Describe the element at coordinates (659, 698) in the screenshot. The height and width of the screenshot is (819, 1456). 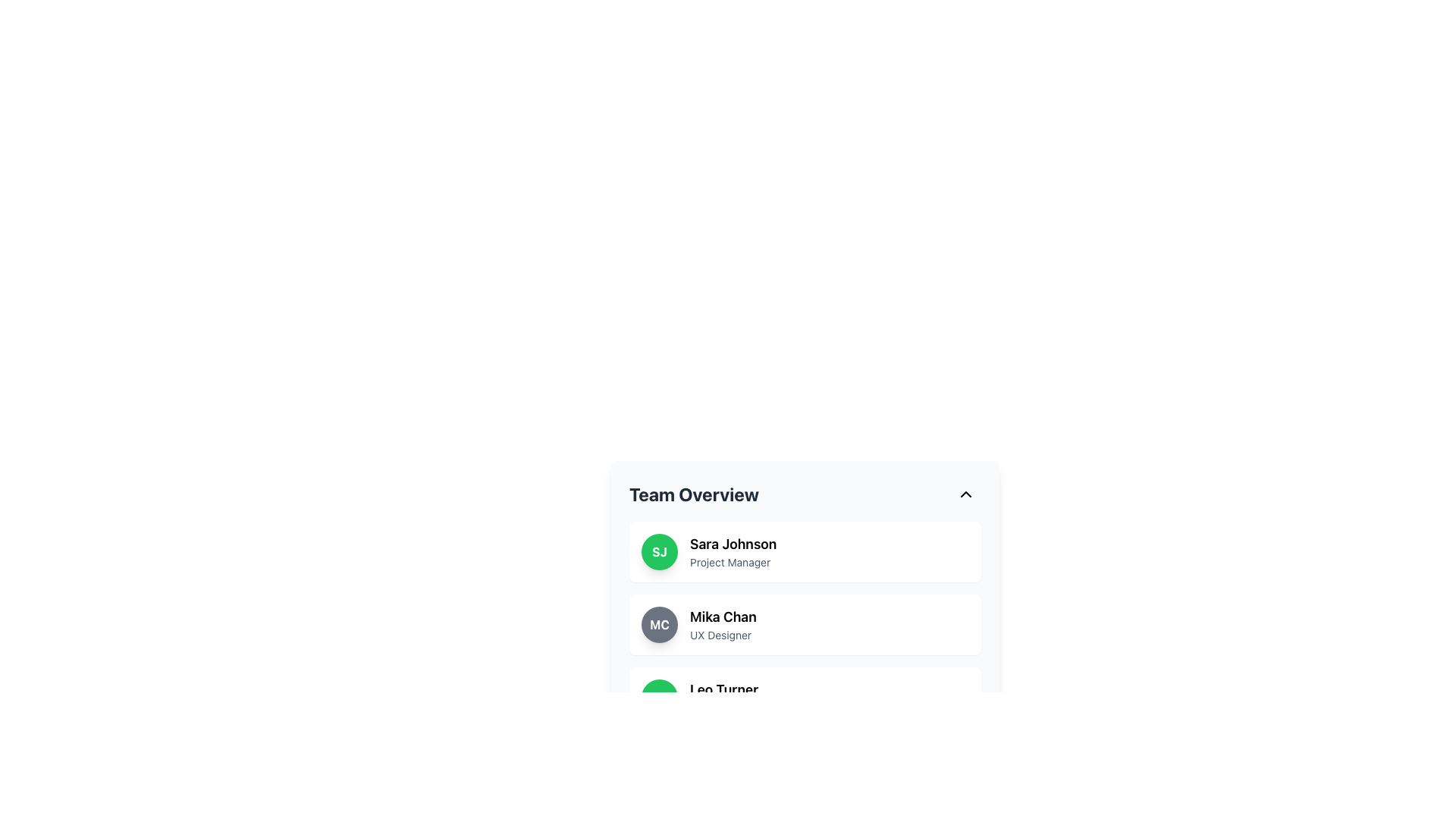
I see `the circular Profile Badge with green background and initials 'LT' in bold white letters, located in the third user card of the 'Team Overview' section, next to 'Leo Turner' and 'Developer'` at that location.